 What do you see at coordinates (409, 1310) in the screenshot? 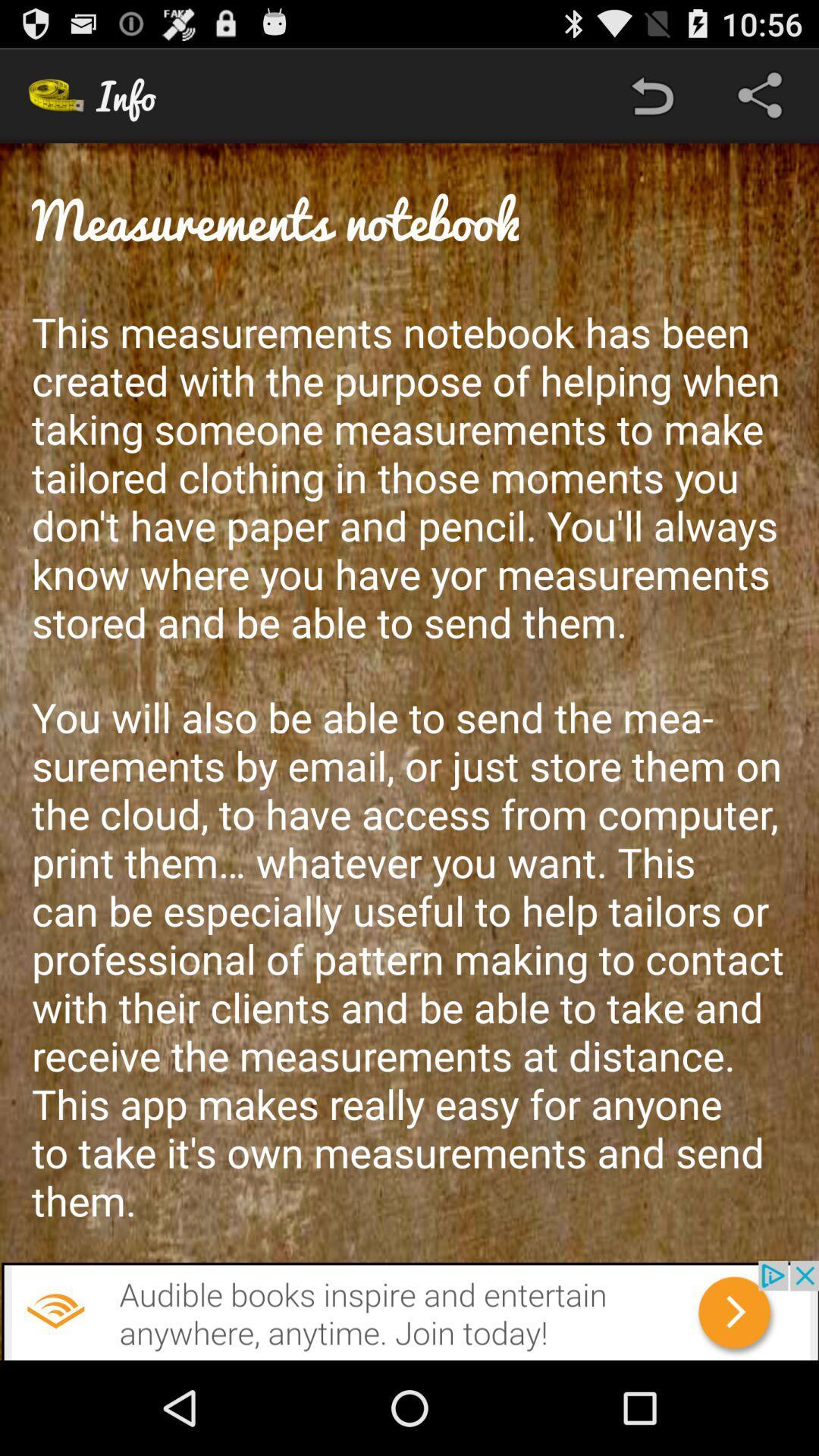
I see `open advertisement` at bounding box center [409, 1310].